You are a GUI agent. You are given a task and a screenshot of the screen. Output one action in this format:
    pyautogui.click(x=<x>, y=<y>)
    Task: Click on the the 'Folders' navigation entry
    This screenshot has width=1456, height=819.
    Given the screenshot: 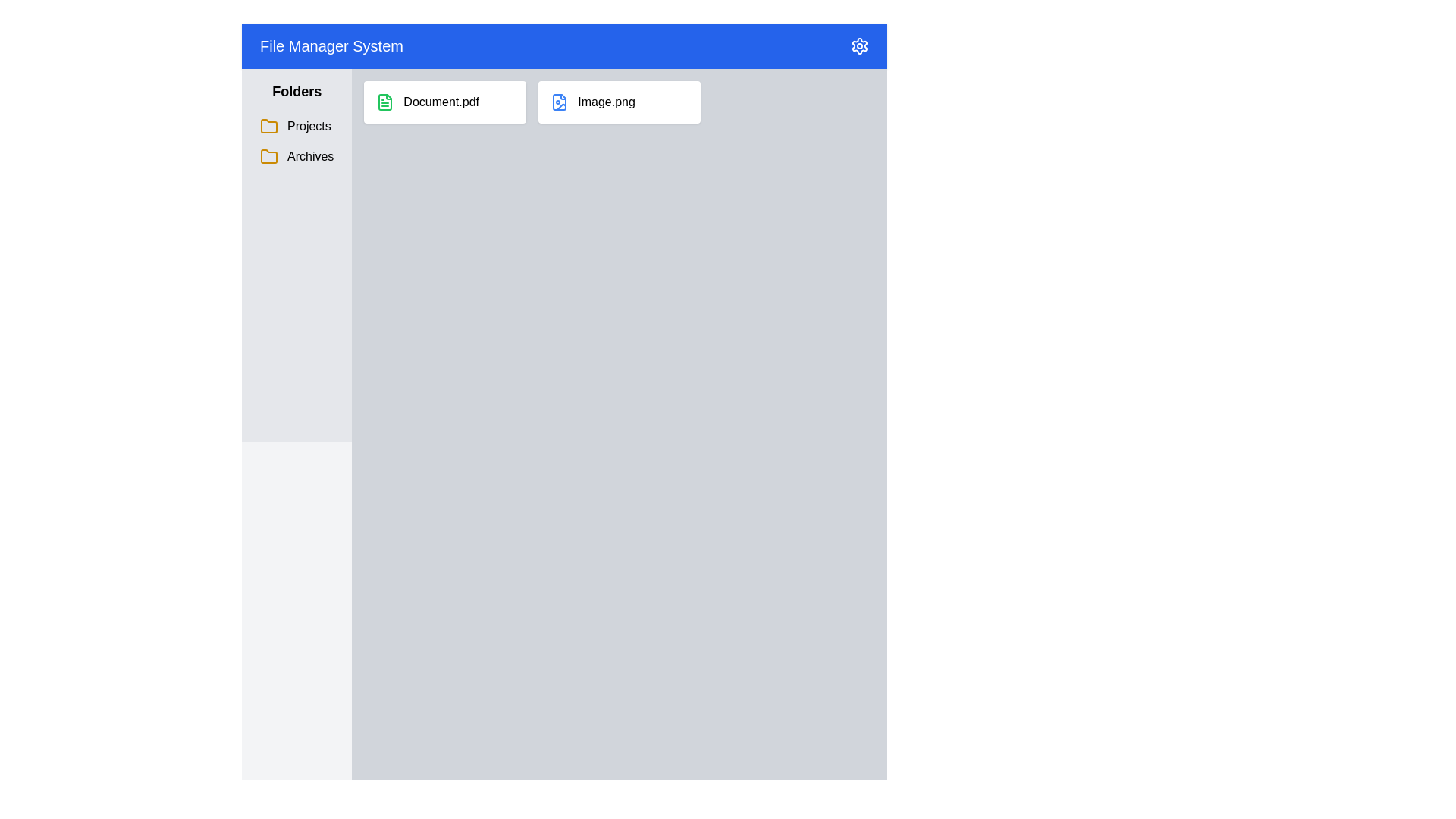 What is the action you would take?
    pyautogui.click(x=297, y=141)
    